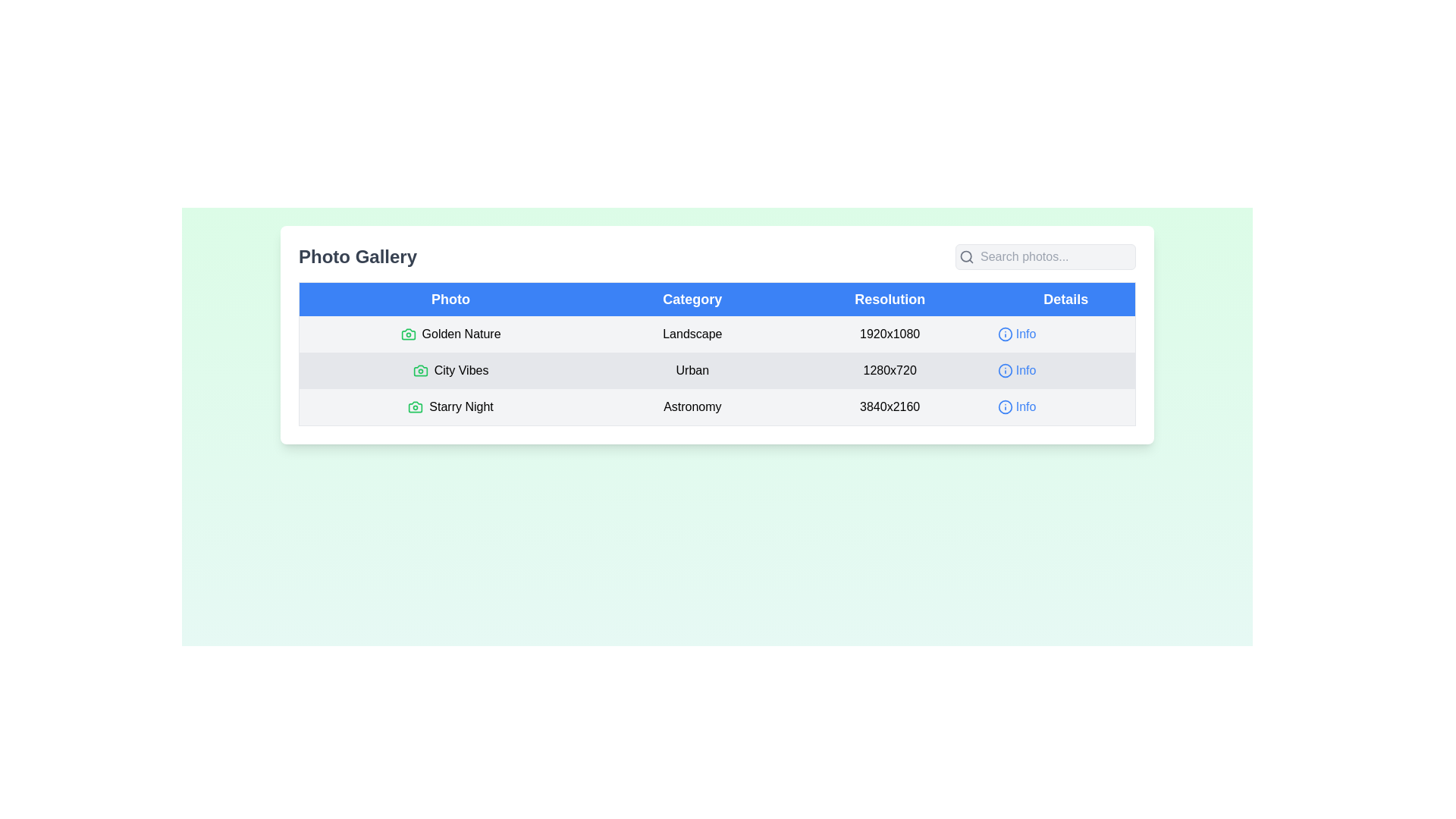  What do you see at coordinates (890, 299) in the screenshot?
I see `the 'Resolution' text label, which is displayed in white font on a blue background, located between the 'Category' and 'Details' headers in a table structure` at bounding box center [890, 299].